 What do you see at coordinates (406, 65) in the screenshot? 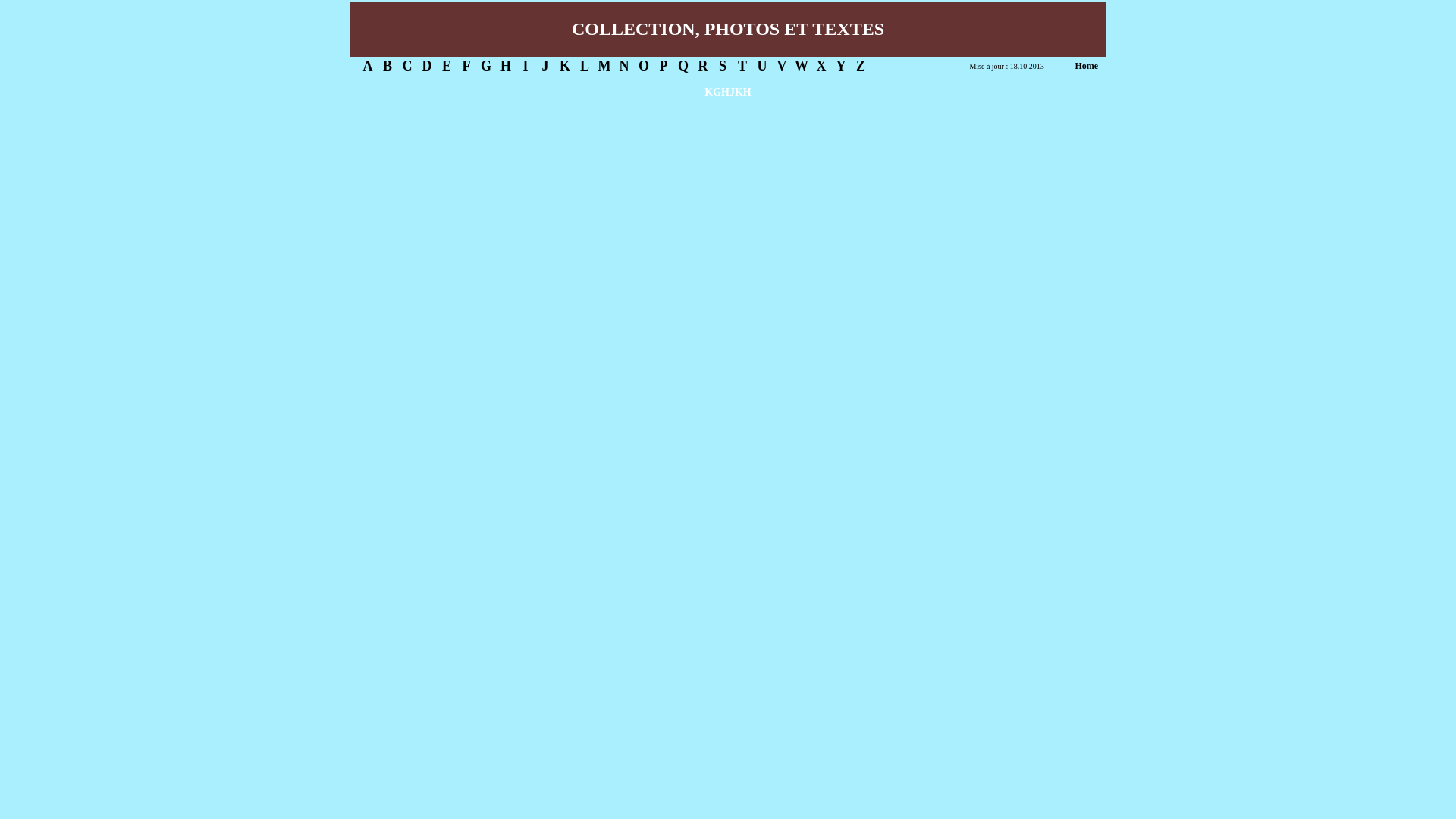
I see `'C'` at bounding box center [406, 65].